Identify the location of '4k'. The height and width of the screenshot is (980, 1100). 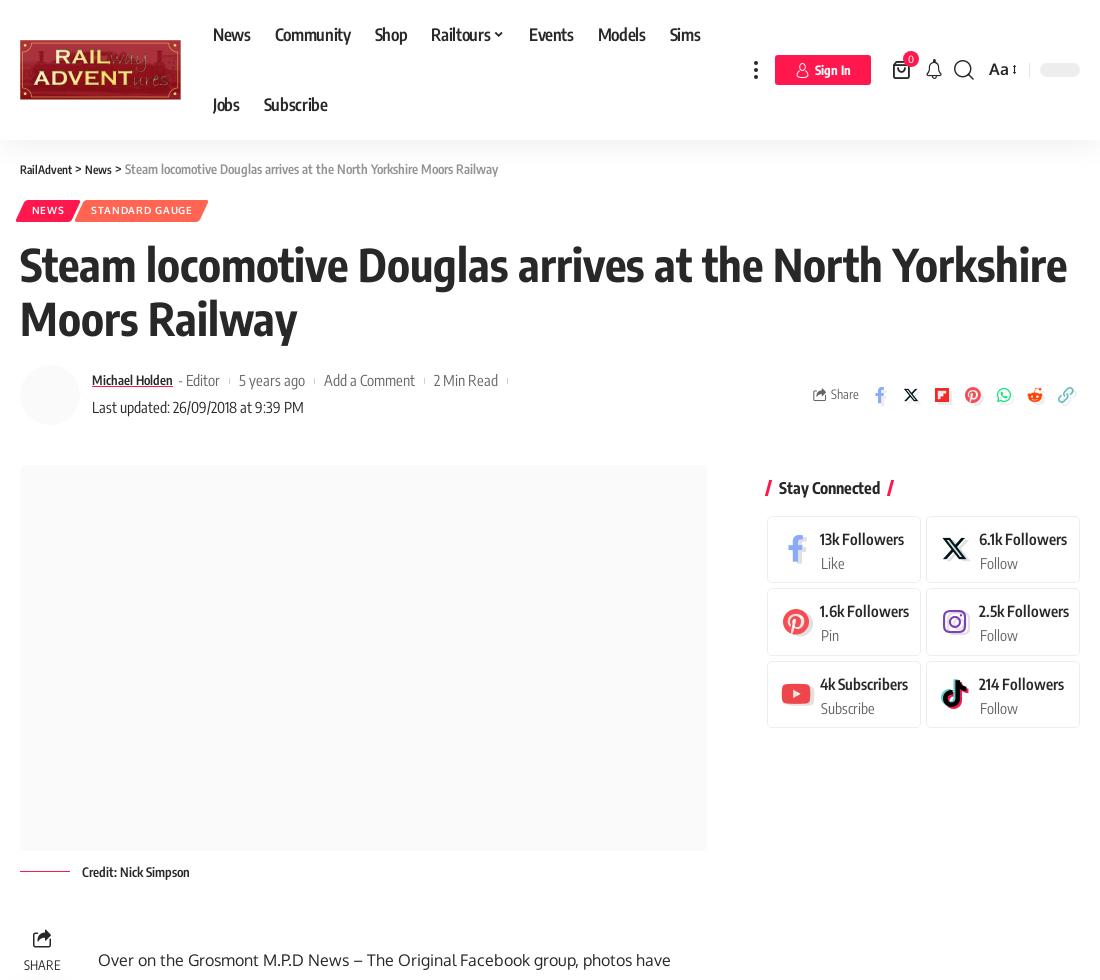
(826, 676).